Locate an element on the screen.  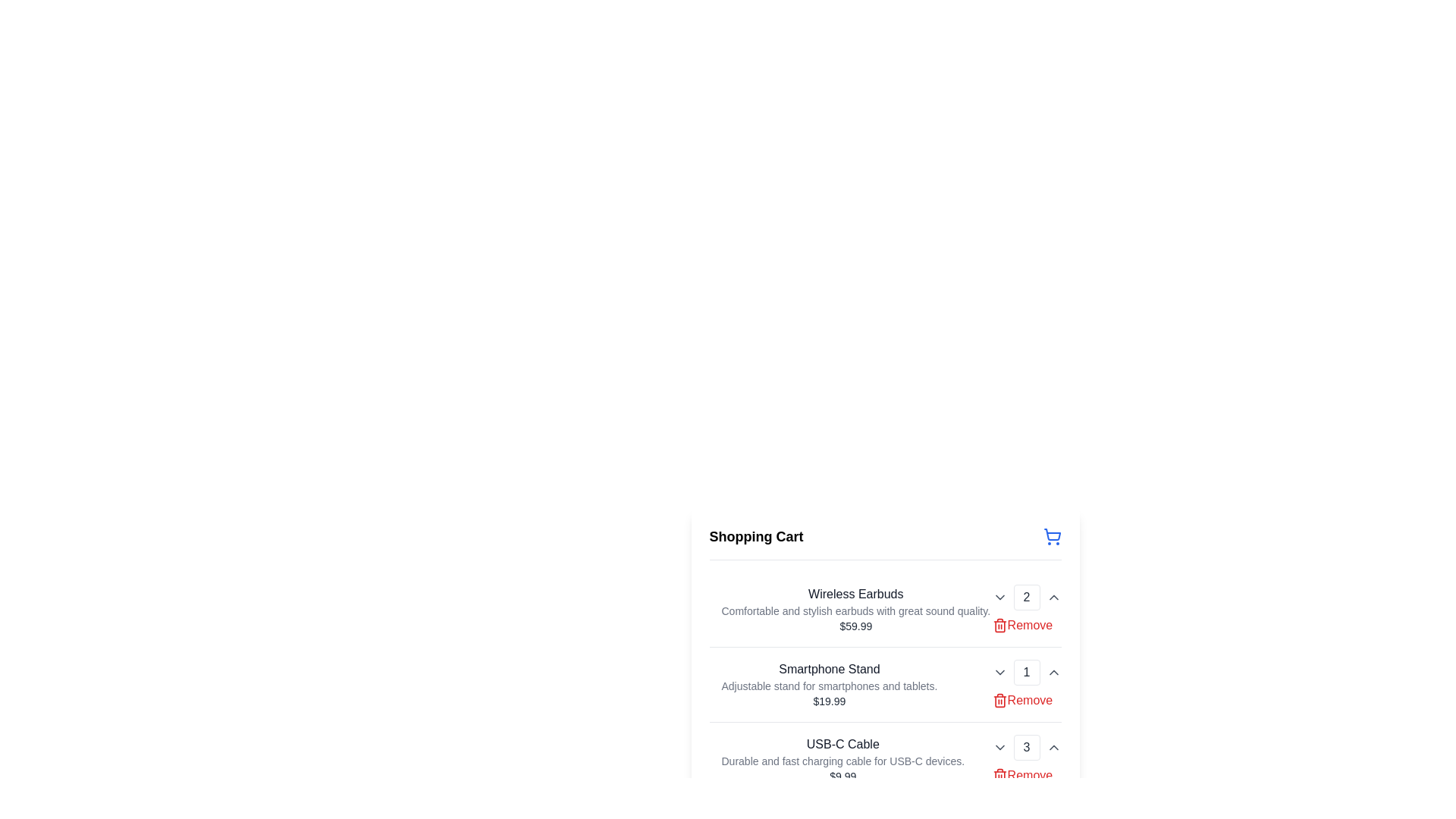
the dropdown toggle button located to the left of the quantity display for 'Wireless Earbuds' to modify the quantity is located at coordinates (999, 596).